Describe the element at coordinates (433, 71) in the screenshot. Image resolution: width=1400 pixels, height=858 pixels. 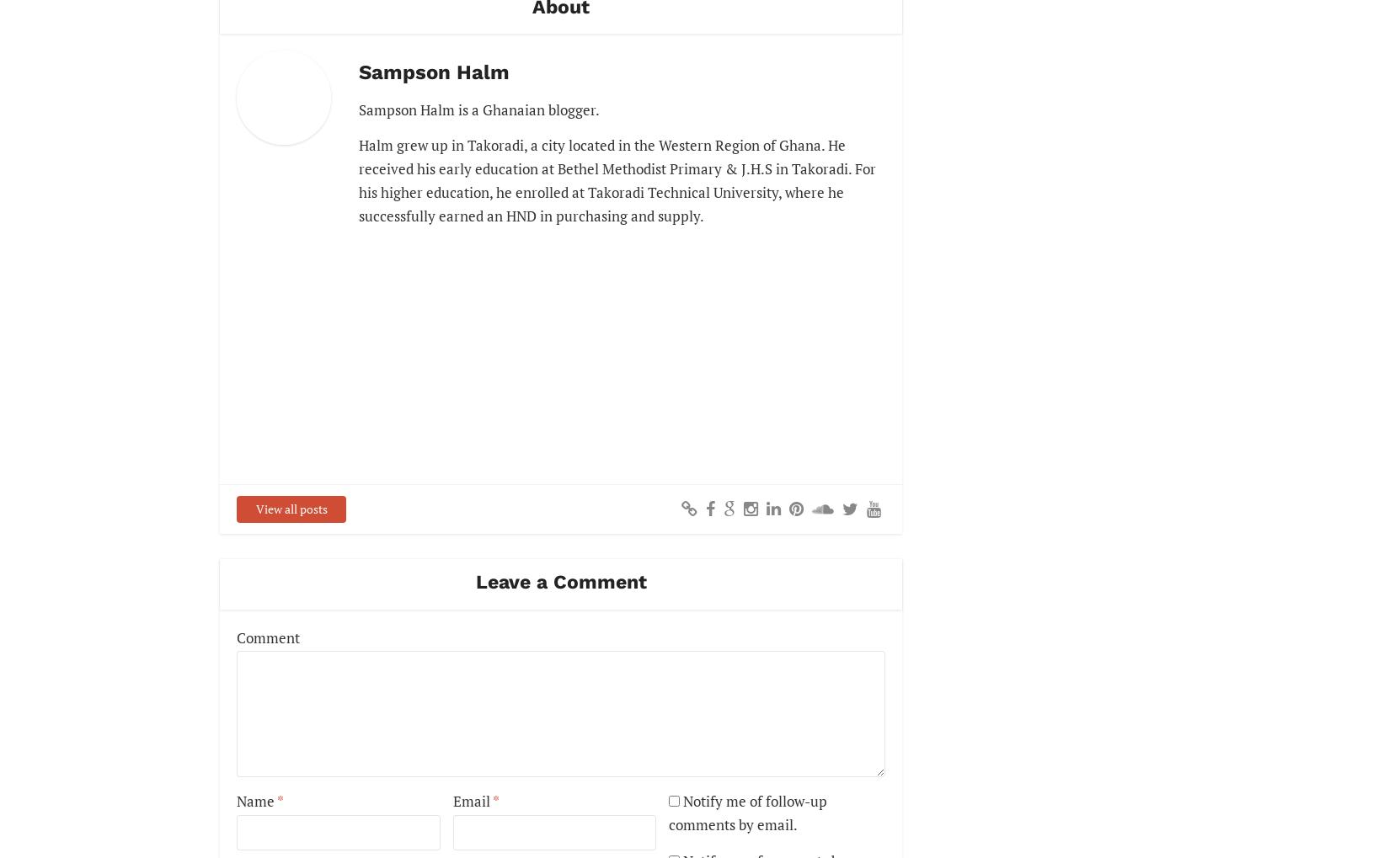
I see `'Sampson Halm'` at that location.